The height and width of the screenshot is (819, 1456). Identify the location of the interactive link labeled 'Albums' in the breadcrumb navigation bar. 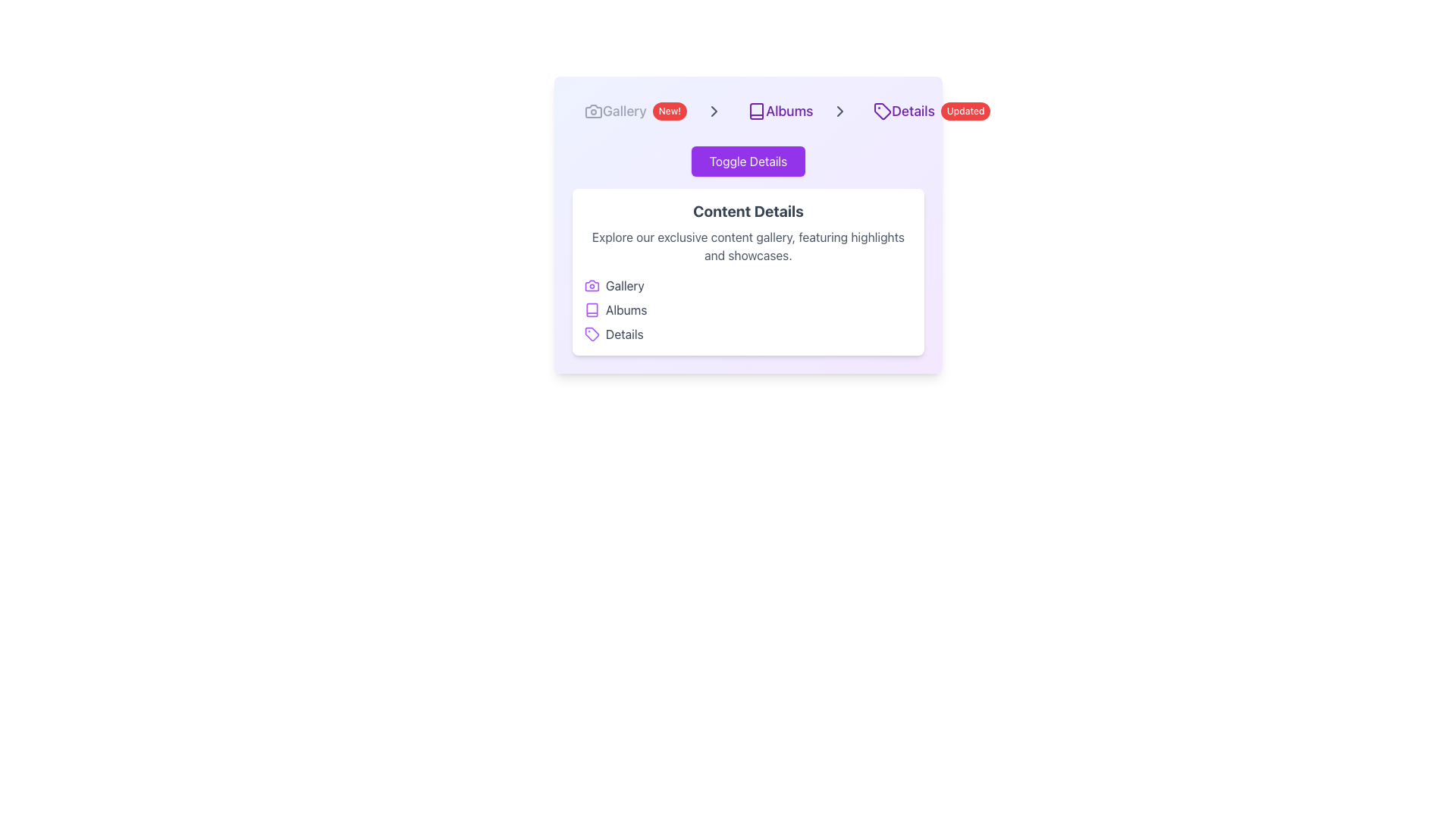
(748, 110).